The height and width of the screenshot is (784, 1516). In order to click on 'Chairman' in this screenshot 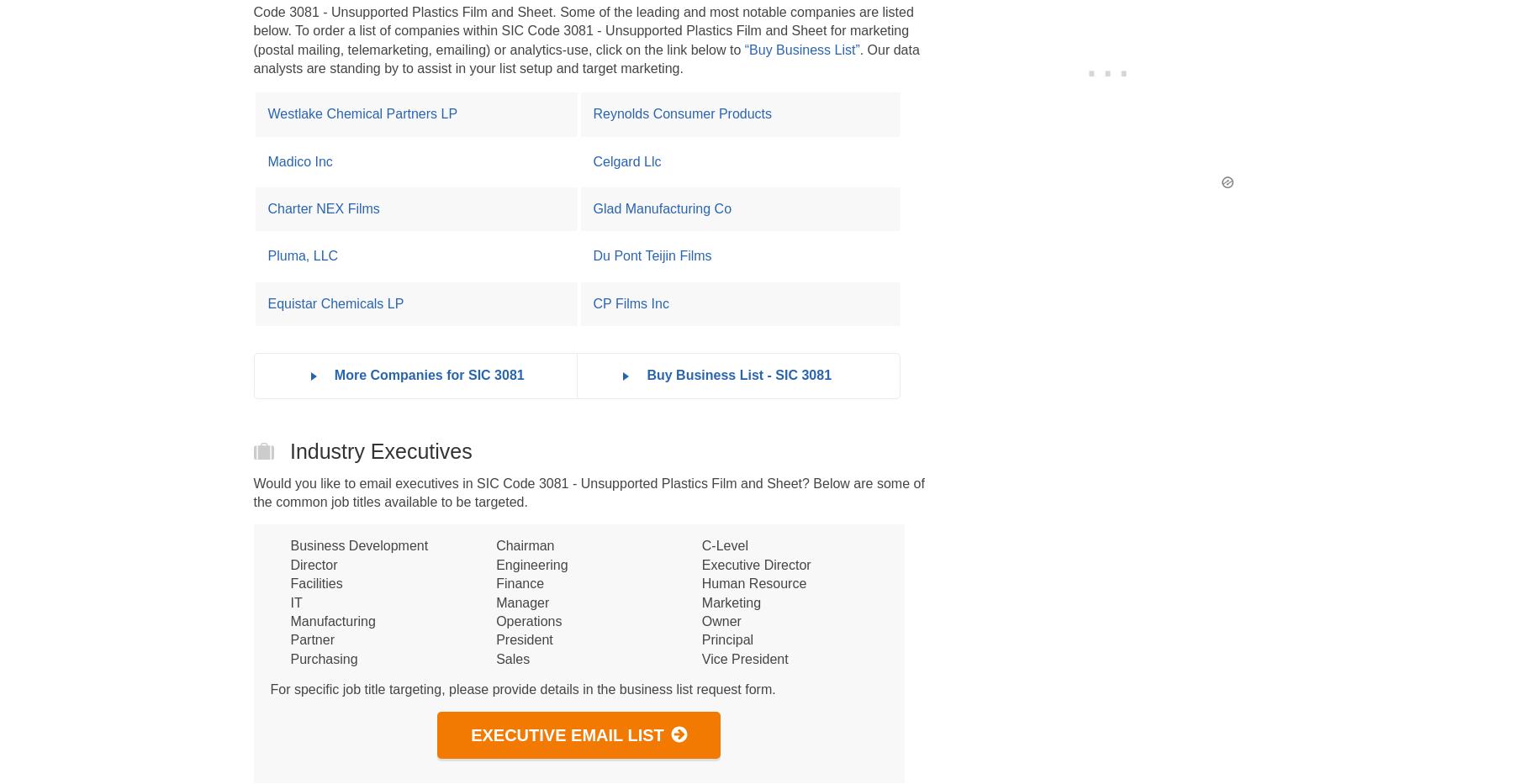, I will do `click(525, 545)`.